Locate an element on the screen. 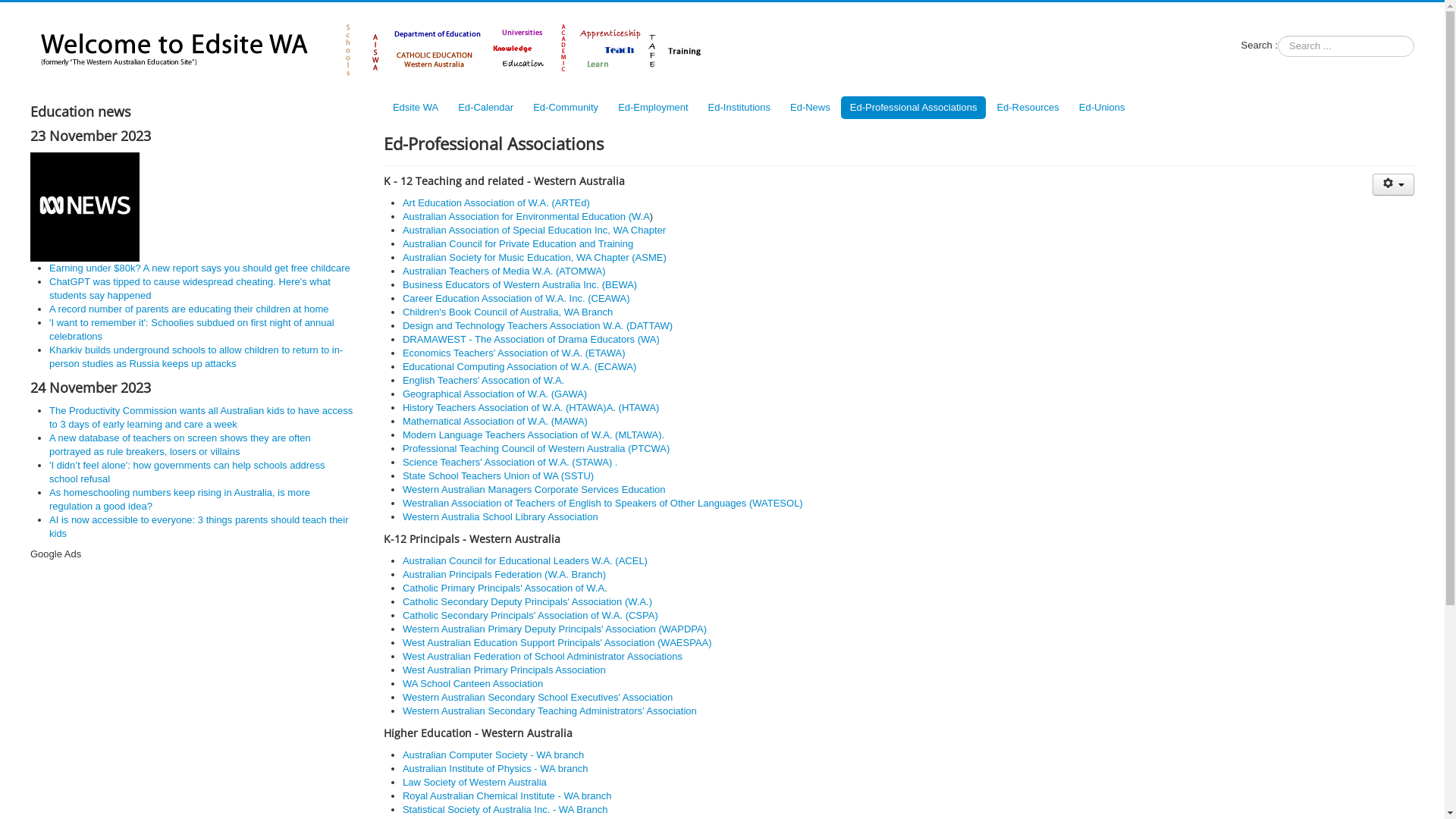 Image resolution: width=1456 pixels, height=819 pixels. 'Australian Council for Educational Leaders W.A. (ACEL)' is located at coordinates (525, 560).